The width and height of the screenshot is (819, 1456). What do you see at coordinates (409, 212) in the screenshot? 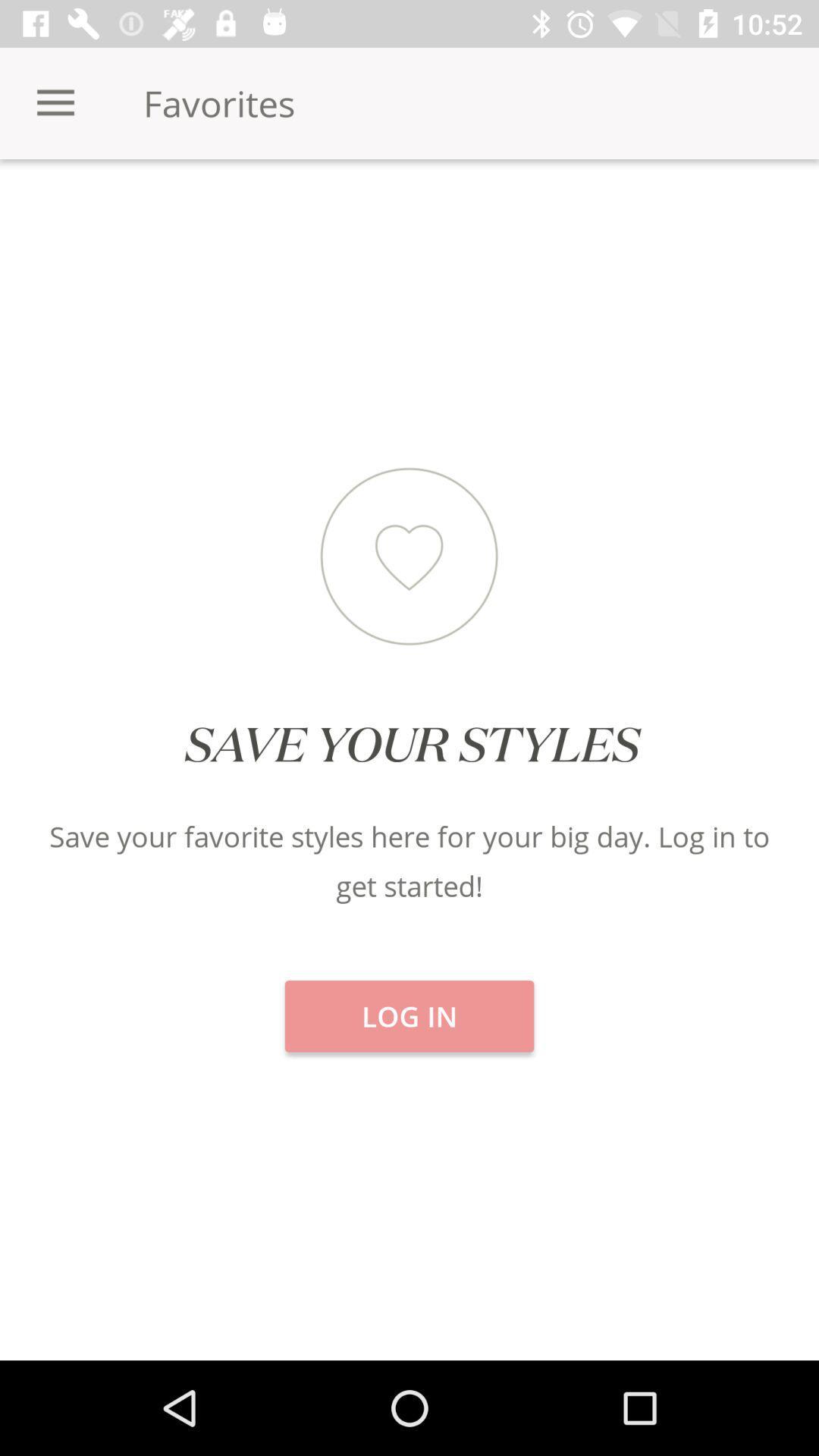
I see `the icon to the right of the categories` at bounding box center [409, 212].